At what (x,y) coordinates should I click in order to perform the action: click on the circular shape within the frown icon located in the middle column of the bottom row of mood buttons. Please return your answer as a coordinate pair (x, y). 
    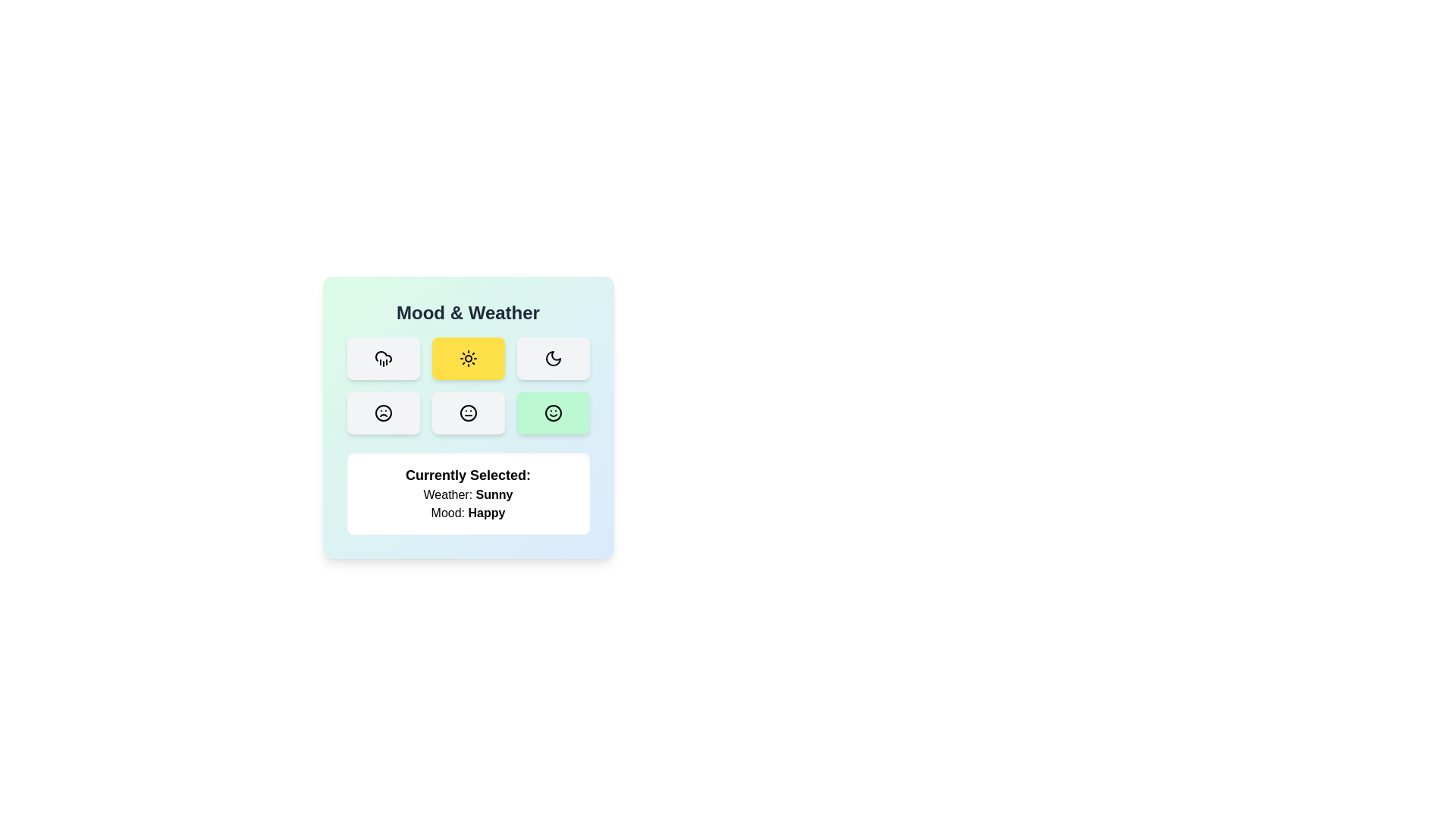
    Looking at the image, I should click on (383, 413).